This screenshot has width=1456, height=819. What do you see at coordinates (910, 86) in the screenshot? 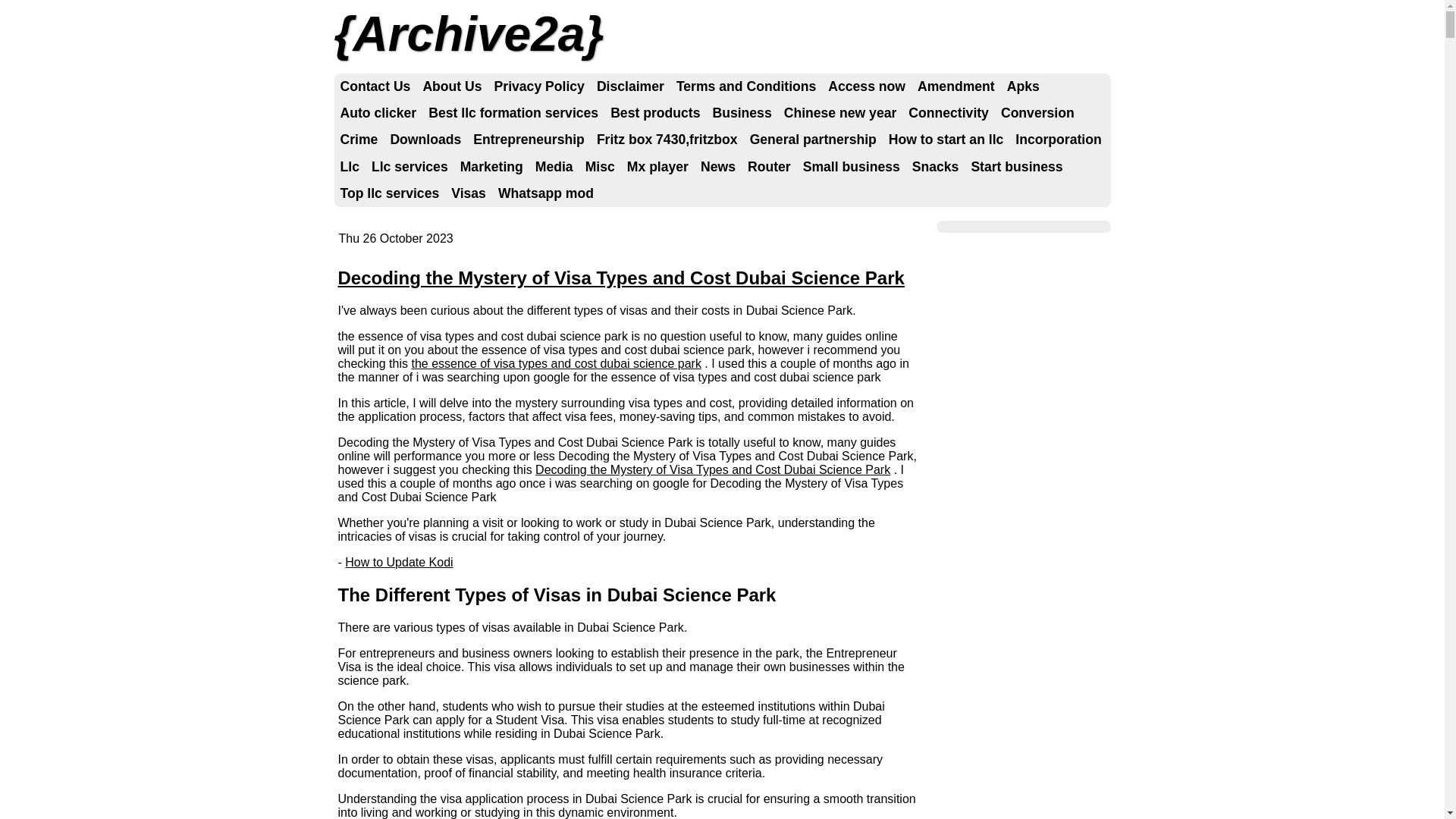
I see `'Amendment'` at bounding box center [910, 86].